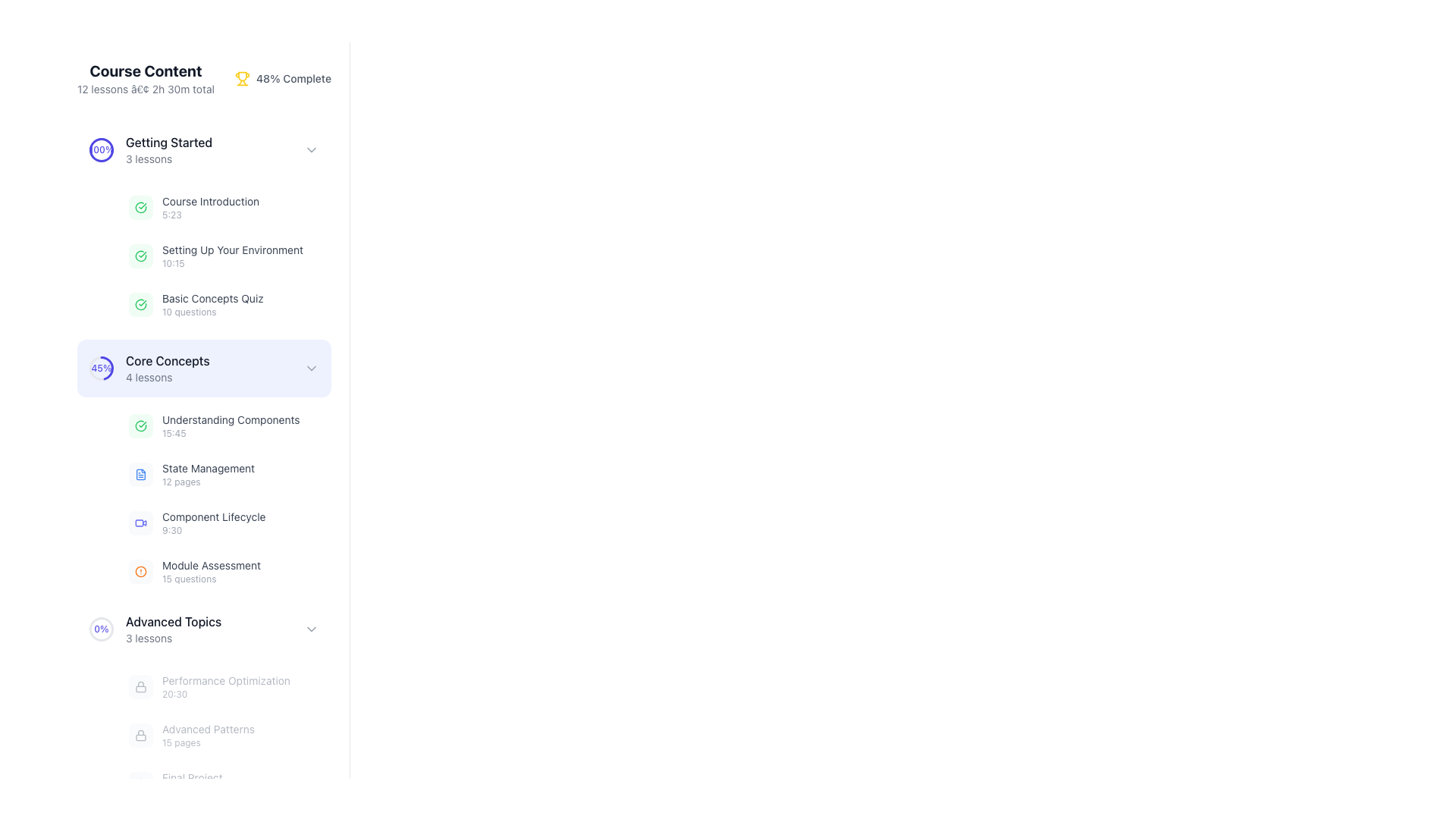 This screenshot has width=1456, height=819. I want to click on the play button located to the far right of the 'Component Lifecycle' lesson, next to the duration '9:30', so click(309, 522).